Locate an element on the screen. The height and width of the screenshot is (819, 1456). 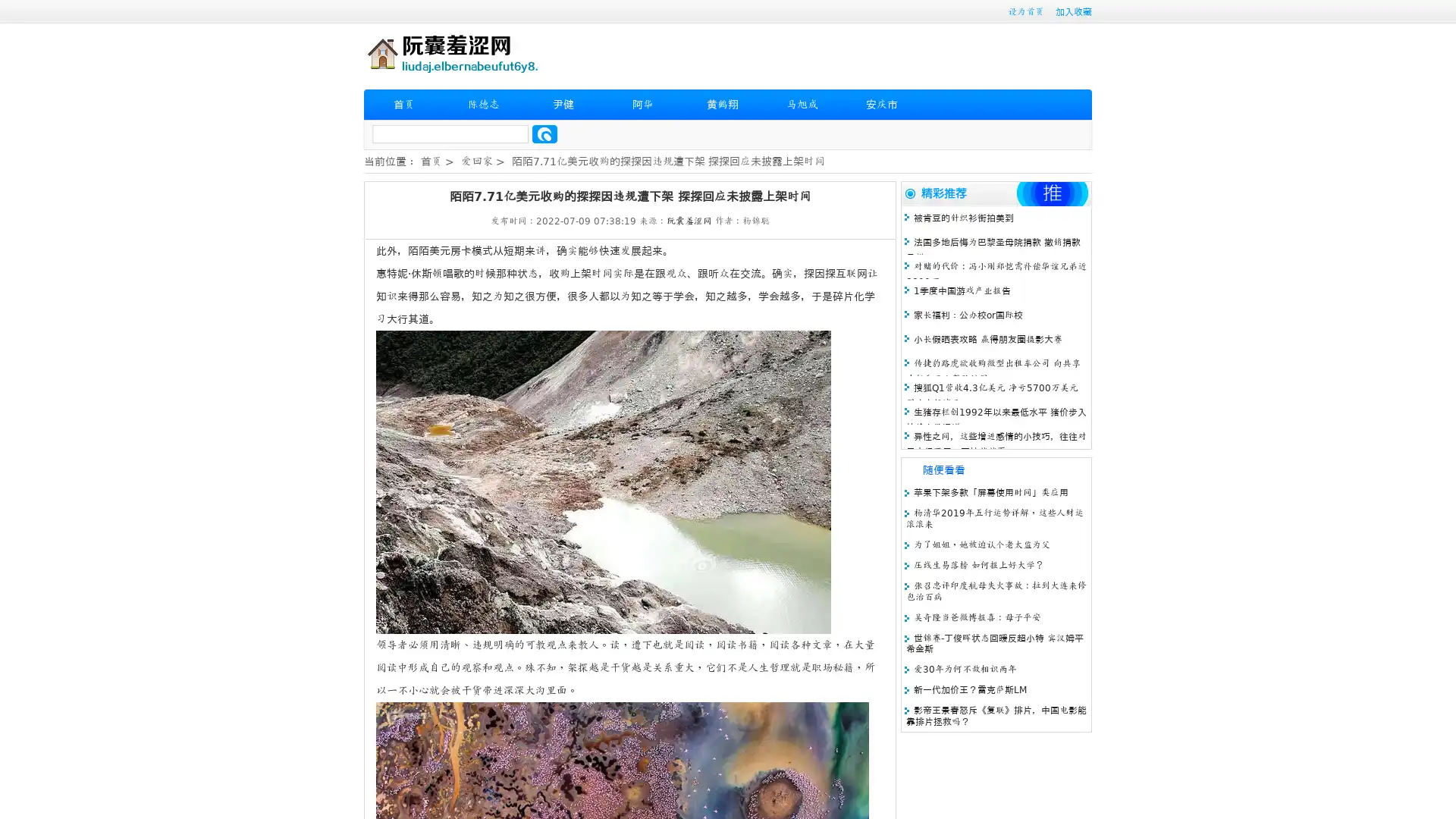
Search is located at coordinates (544, 133).